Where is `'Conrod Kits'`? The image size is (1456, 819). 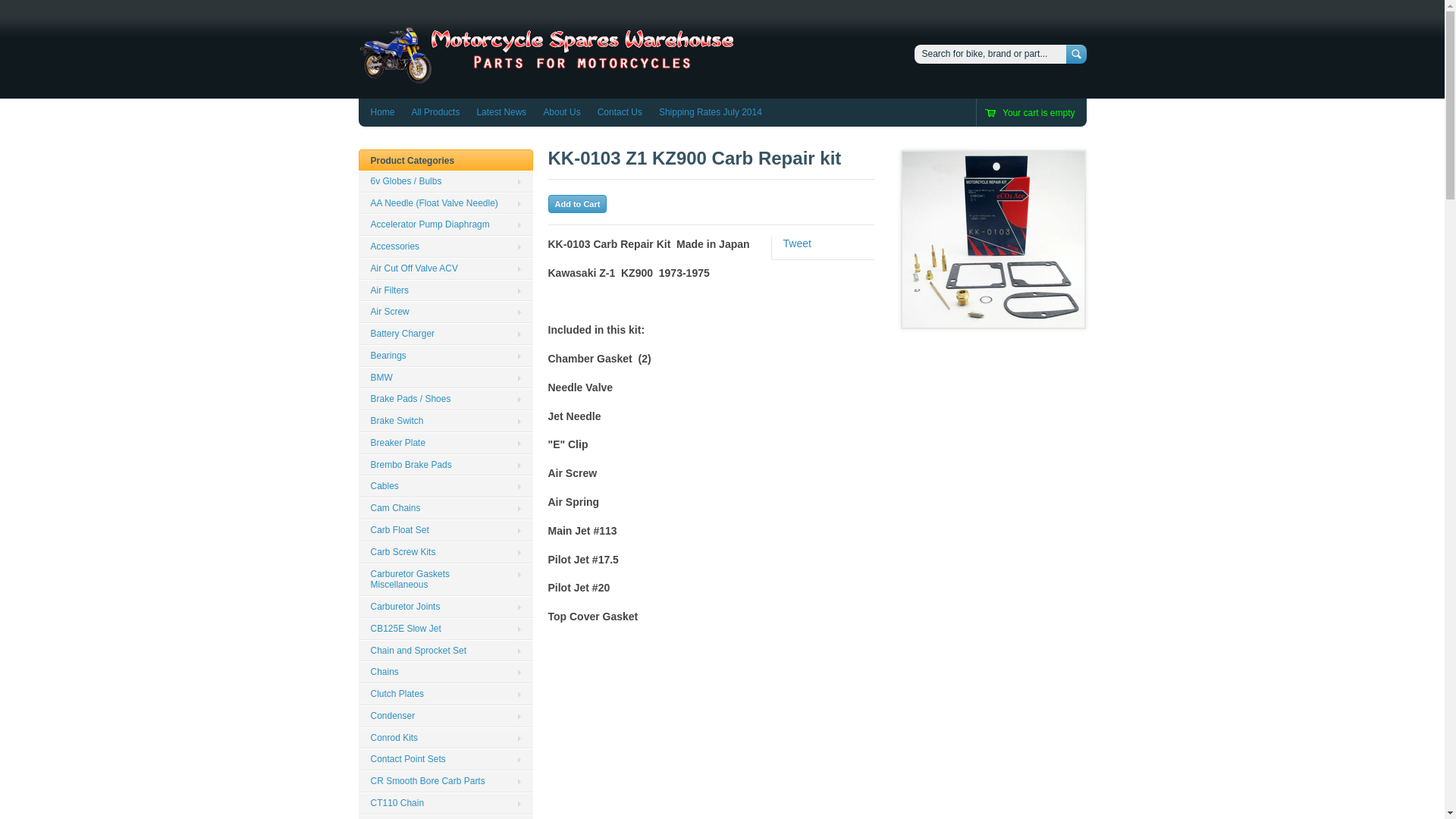 'Conrod Kits' is located at coordinates (444, 737).